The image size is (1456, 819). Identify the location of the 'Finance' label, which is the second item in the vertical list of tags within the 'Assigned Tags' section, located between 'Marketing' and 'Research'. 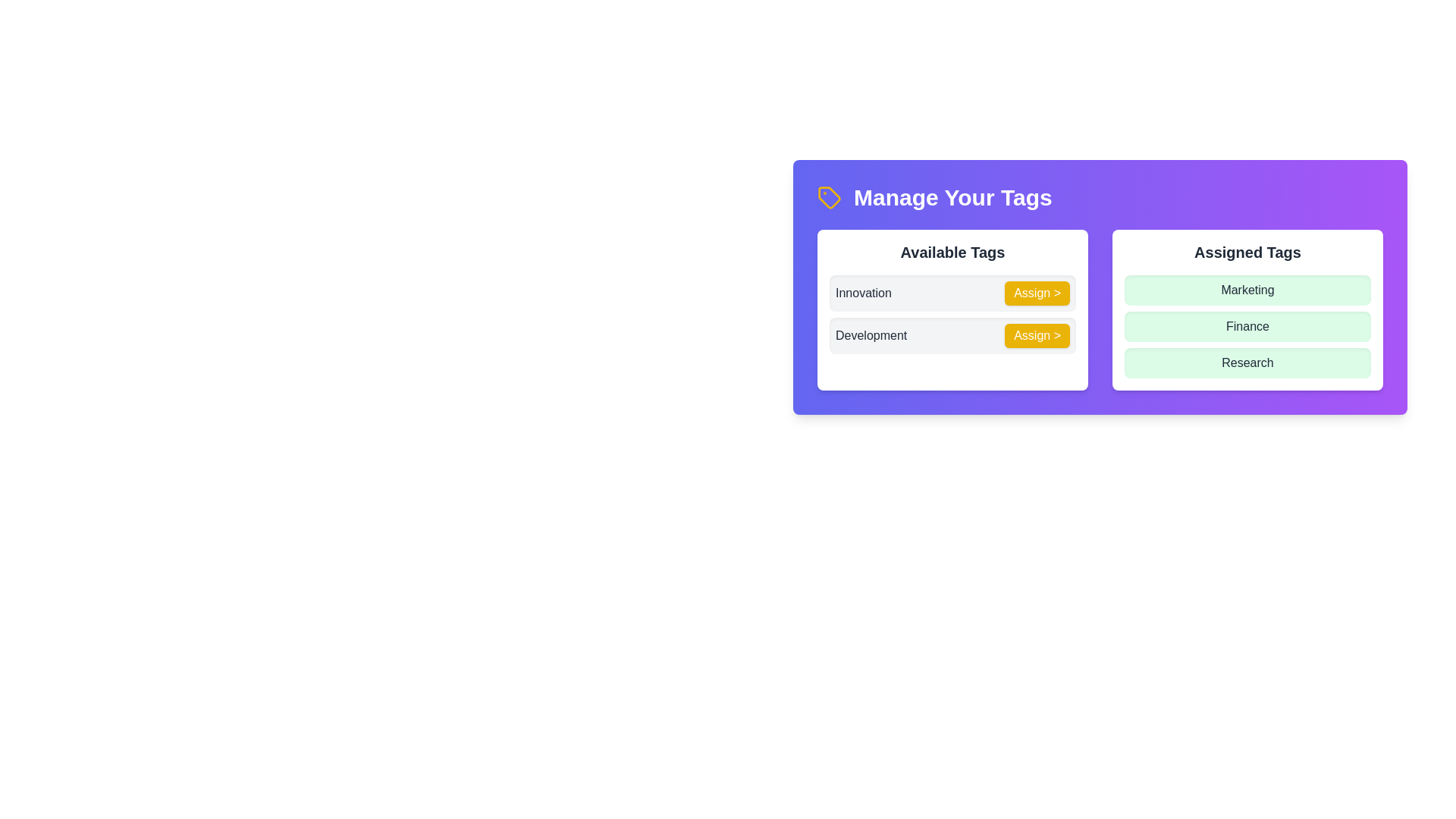
(1247, 326).